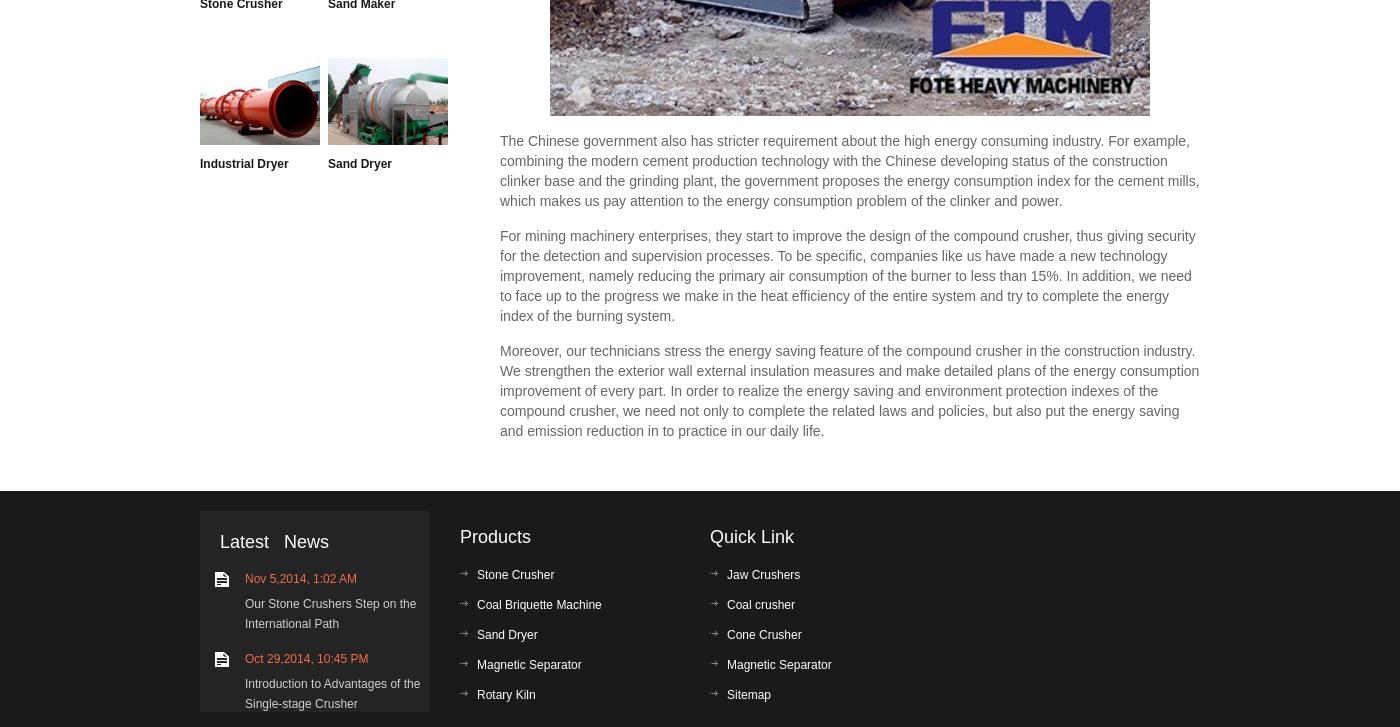  I want to click on 'Quick Link', so click(751, 536).